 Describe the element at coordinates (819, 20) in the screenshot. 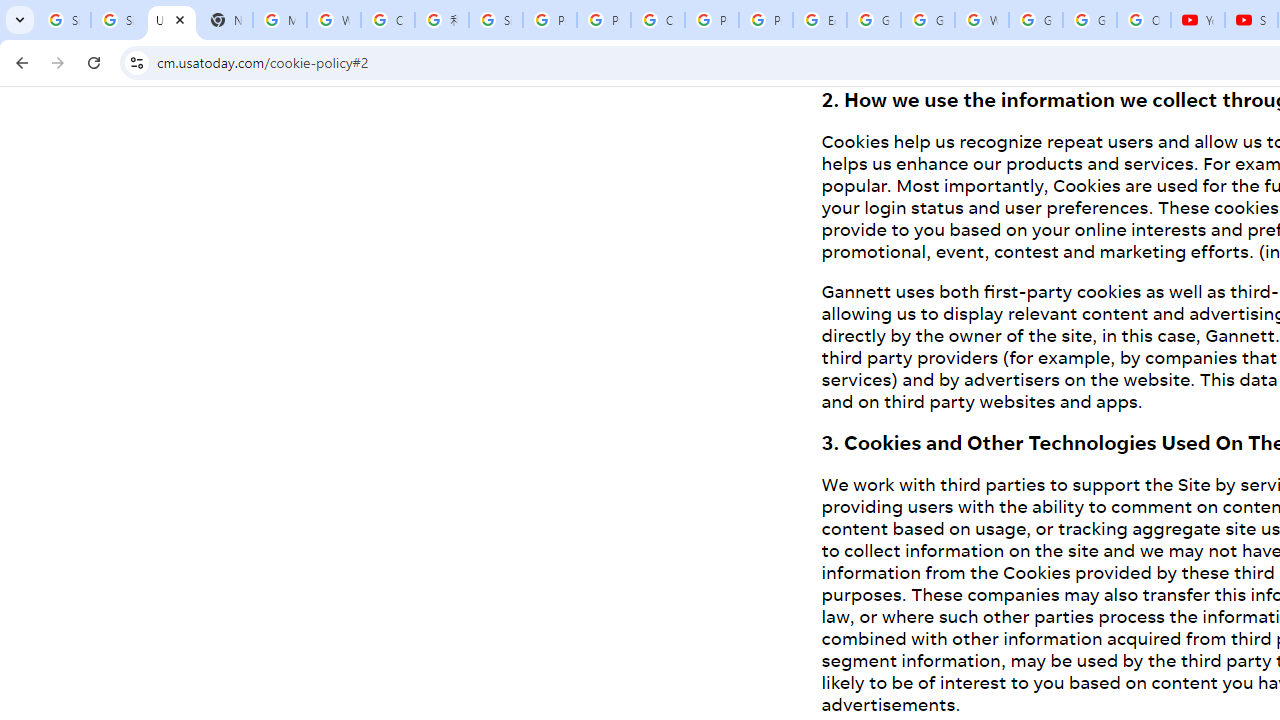

I see `'Edit and view right-to-left text - Google Docs Editors Help'` at that location.